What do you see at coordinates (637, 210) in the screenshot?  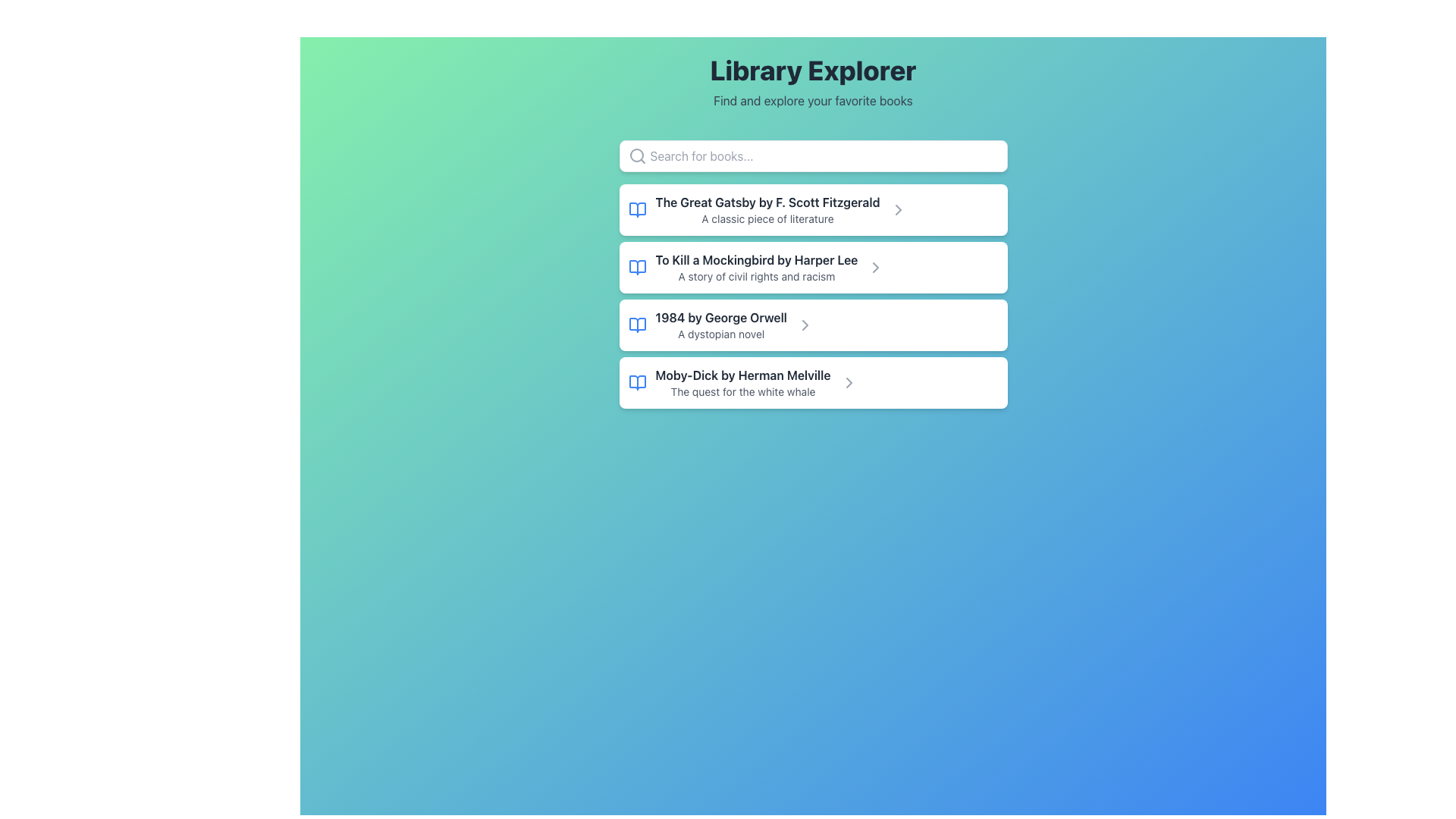 I see `the book icon representing 'The Great Gatsby by F. Scott Fitzgerald', which is the first graphical icon in the list item` at bounding box center [637, 210].